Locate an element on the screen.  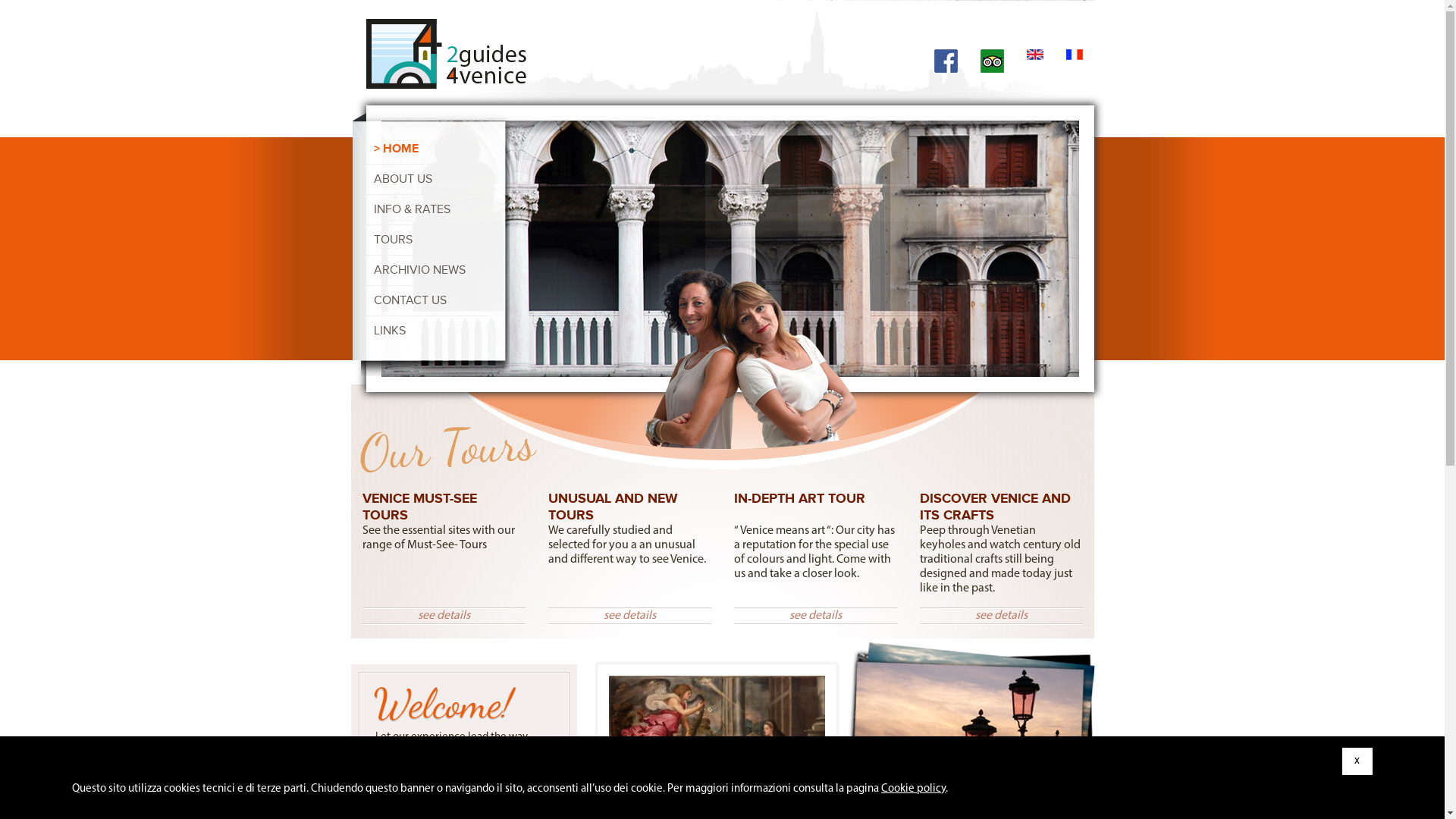
'ARCHIVIO NEWS' is located at coordinates (372, 269).